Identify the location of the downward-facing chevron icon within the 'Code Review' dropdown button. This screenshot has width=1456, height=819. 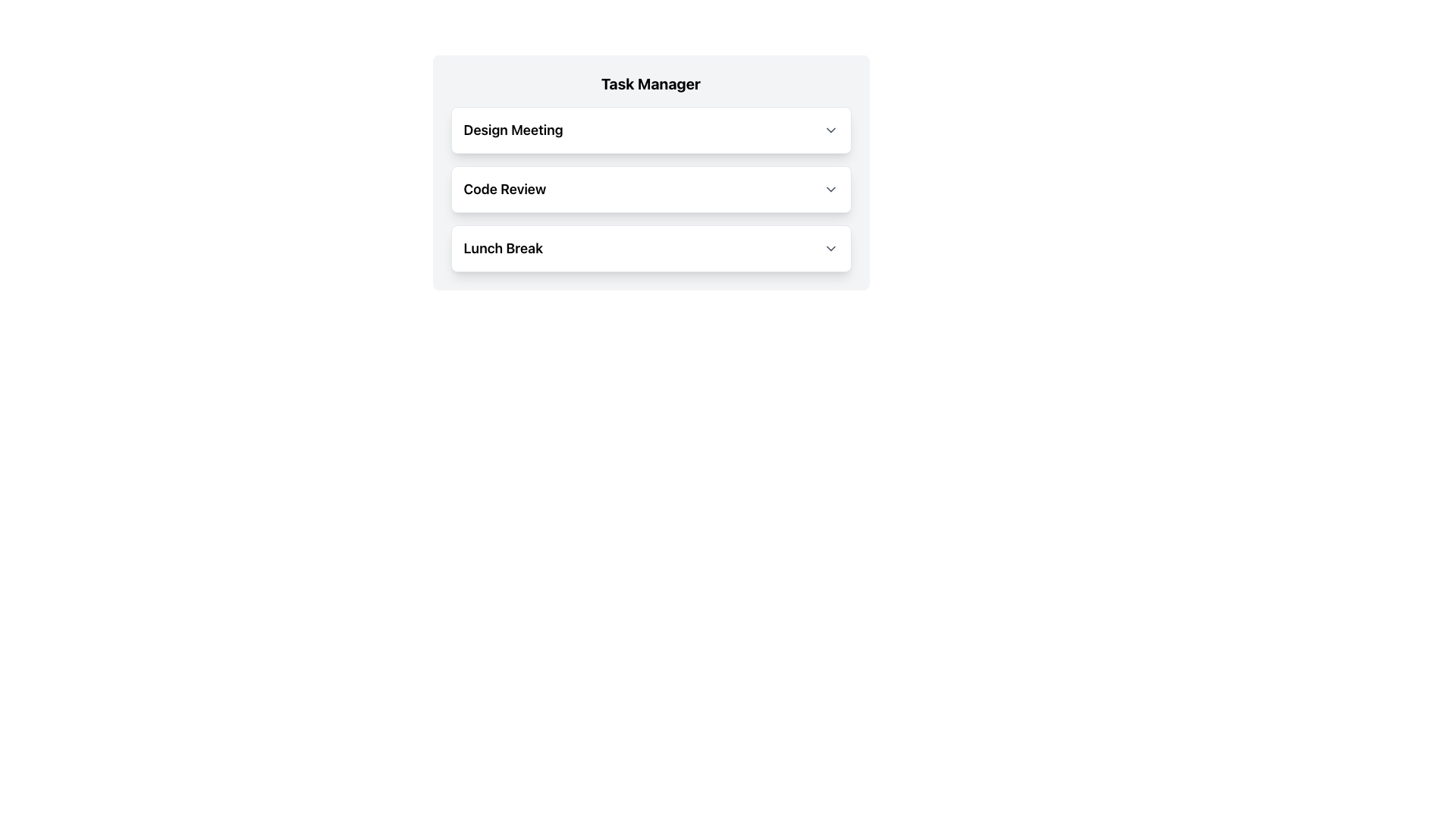
(830, 189).